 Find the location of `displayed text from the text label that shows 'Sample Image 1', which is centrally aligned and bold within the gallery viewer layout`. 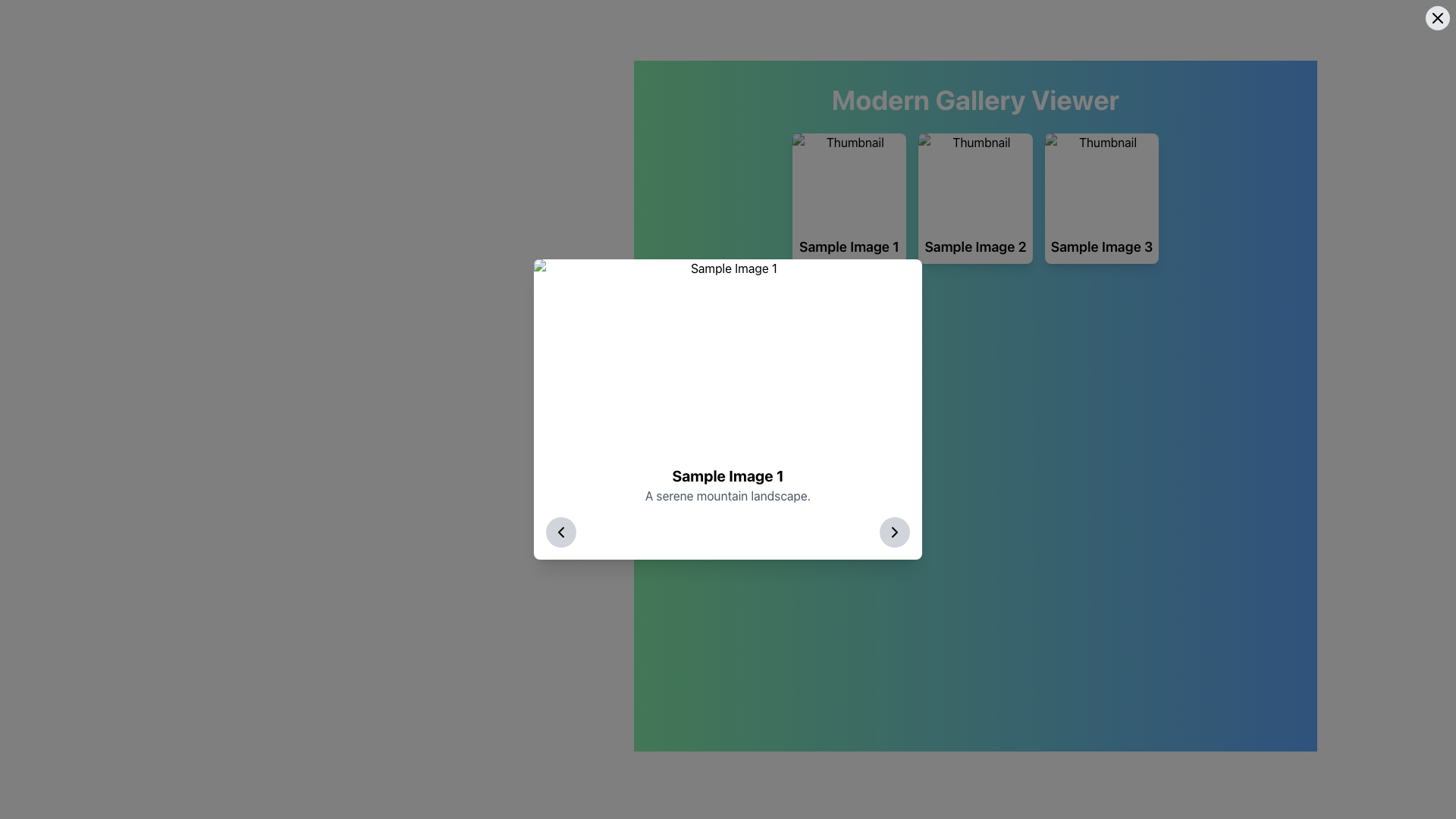

displayed text from the text label that shows 'Sample Image 1', which is centrally aligned and bold within the gallery viewer layout is located at coordinates (848, 246).